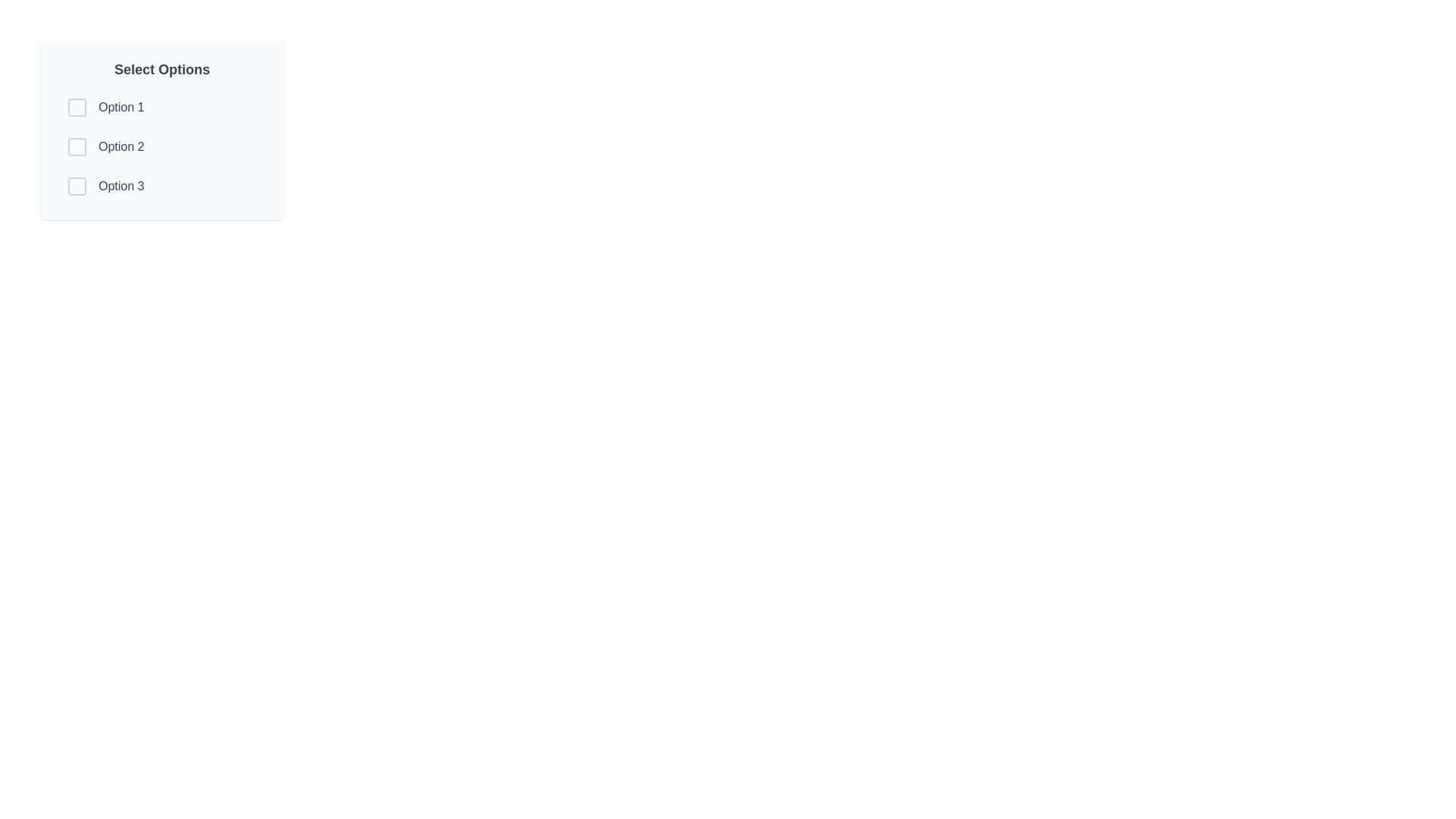 This screenshot has height=819, width=1456. Describe the element at coordinates (162, 146) in the screenshot. I see `on the checkbox labeled 'Option 2'` at that location.